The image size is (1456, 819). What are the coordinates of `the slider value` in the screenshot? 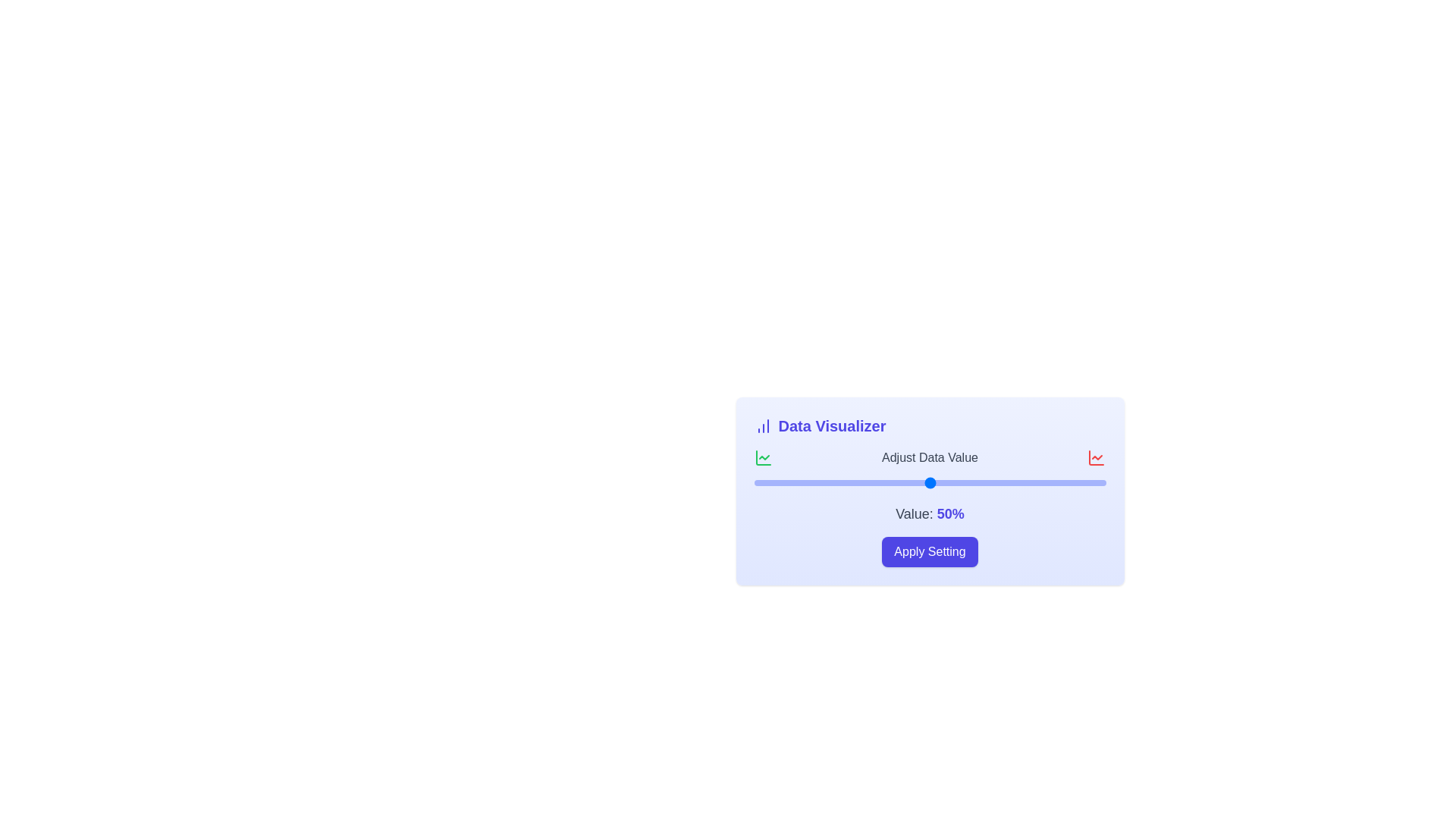 It's located at (874, 482).